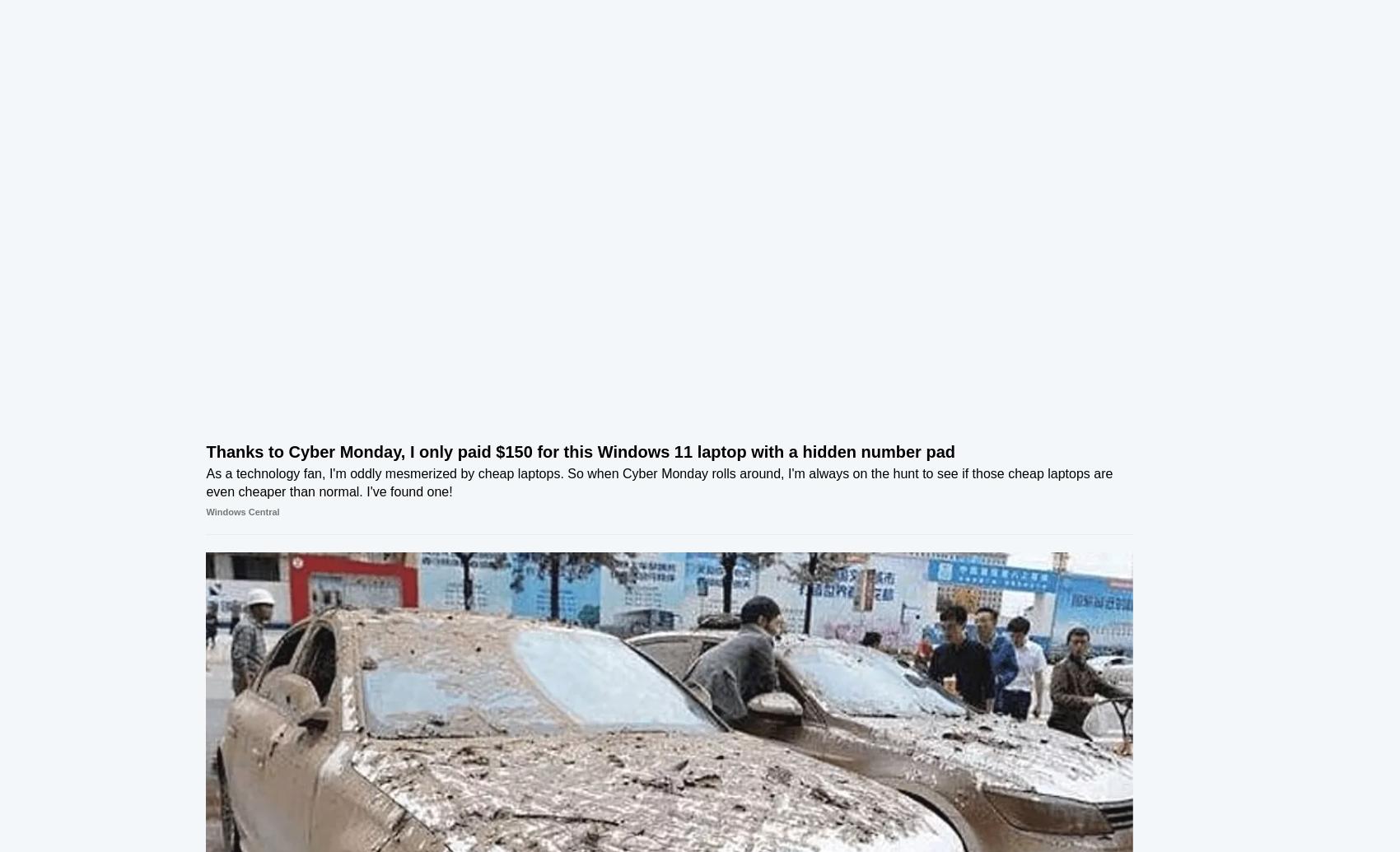 This screenshot has width=1400, height=852. I want to click on '321,080', so click(1172, 754).